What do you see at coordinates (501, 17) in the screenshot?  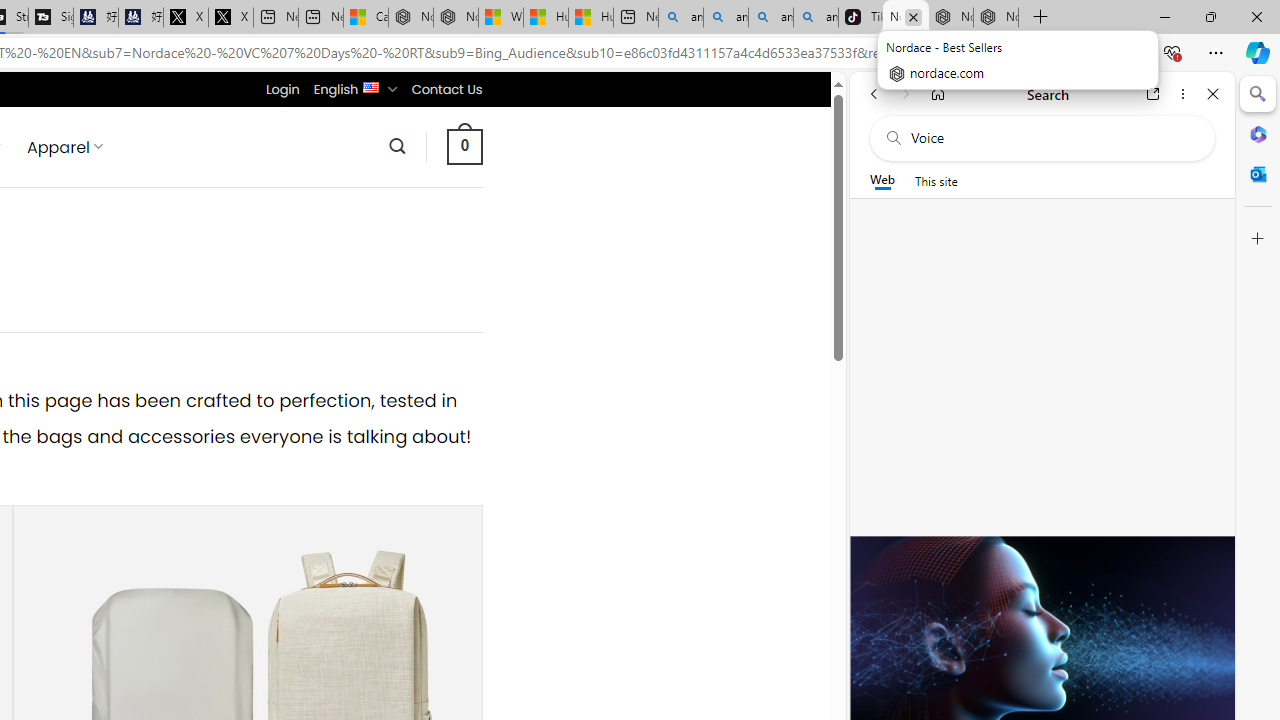 I see `'Wildlife - MSN'` at bounding box center [501, 17].